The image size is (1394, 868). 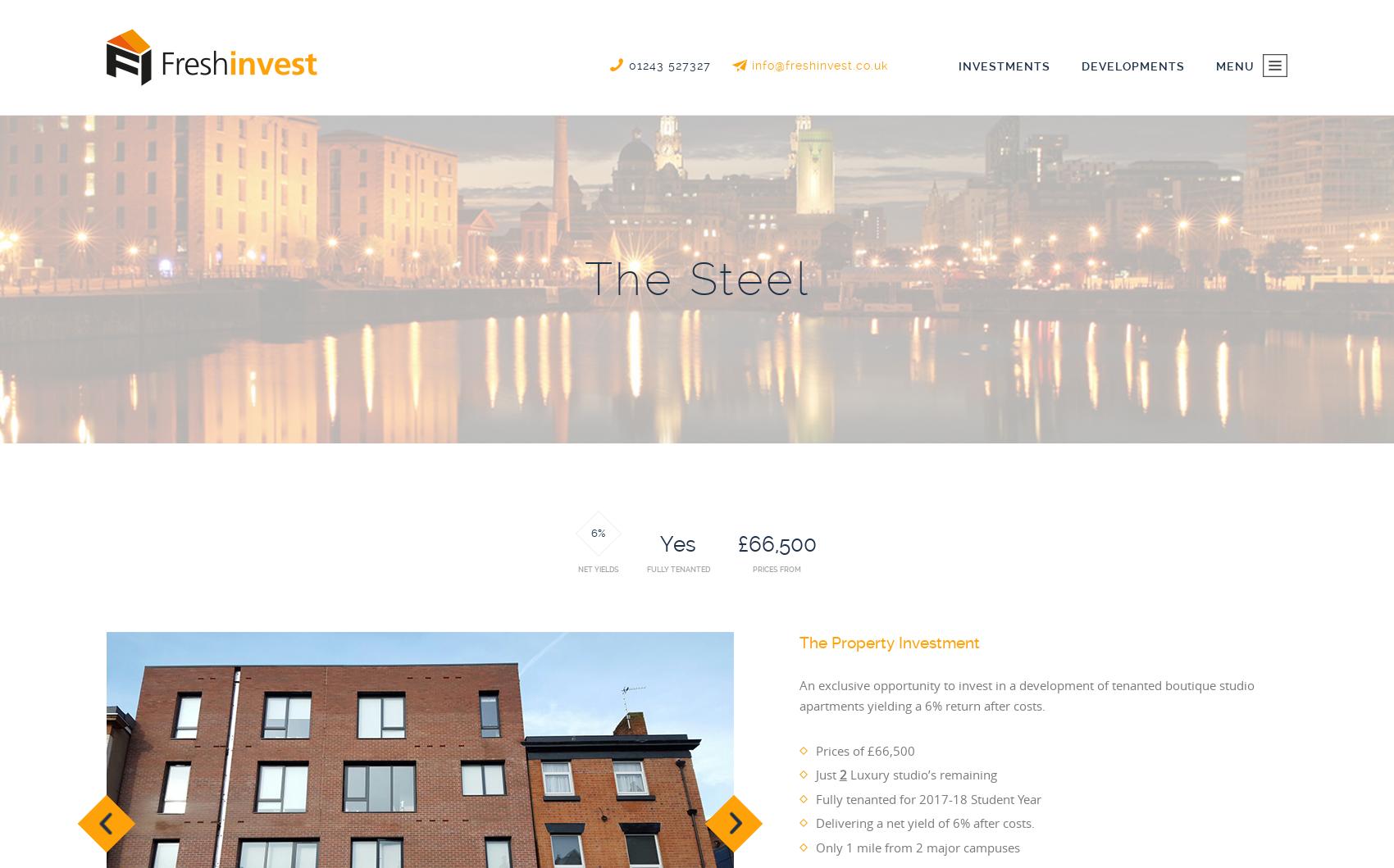 I want to click on 'Net Yields', so click(x=597, y=569).